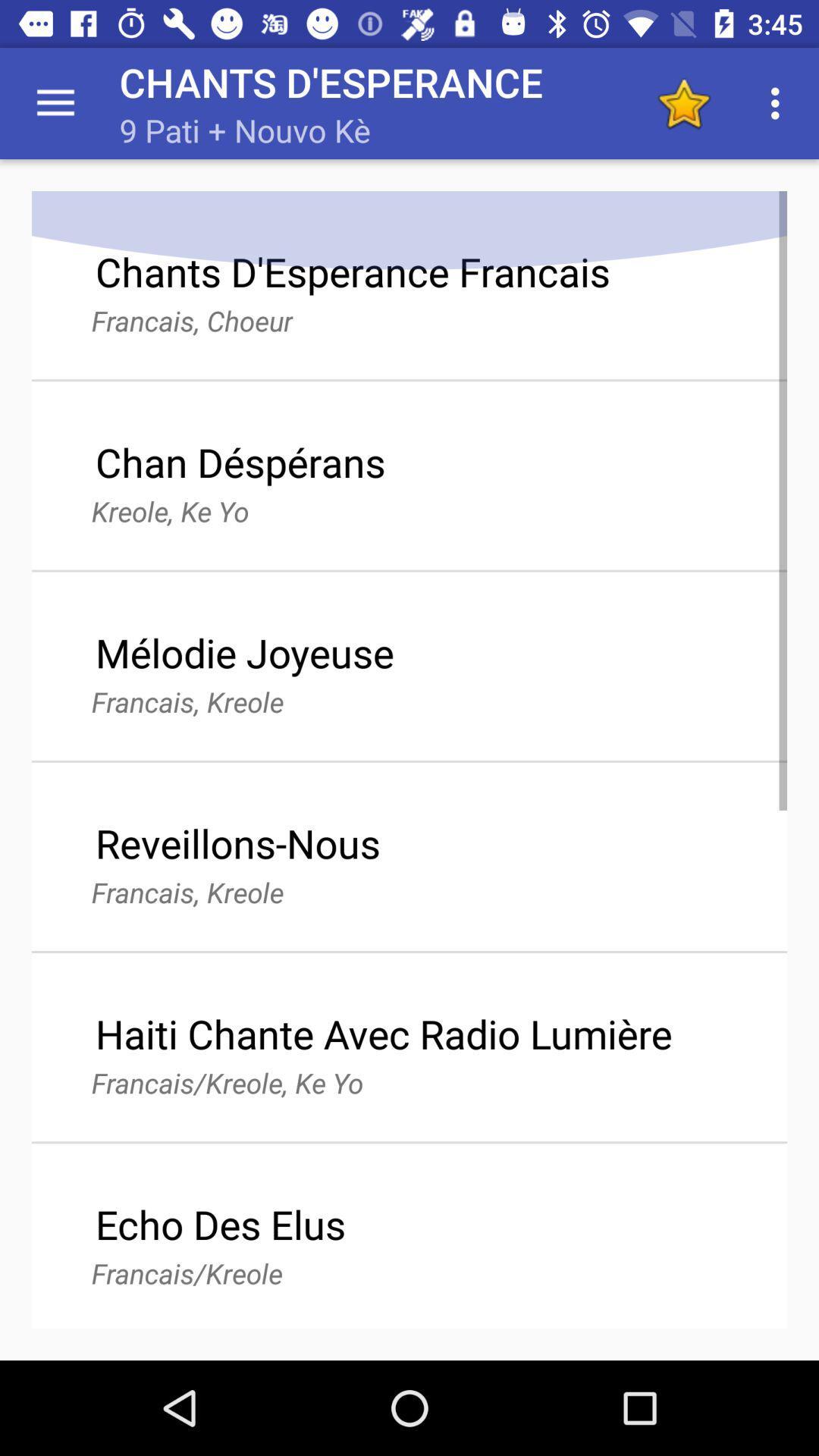 The image size is (819, 1456). What do you see at coordinates (55, 102) in the screenshot?
I see `app to the left of chants d'esperance item` at bounding box center [55, 102].